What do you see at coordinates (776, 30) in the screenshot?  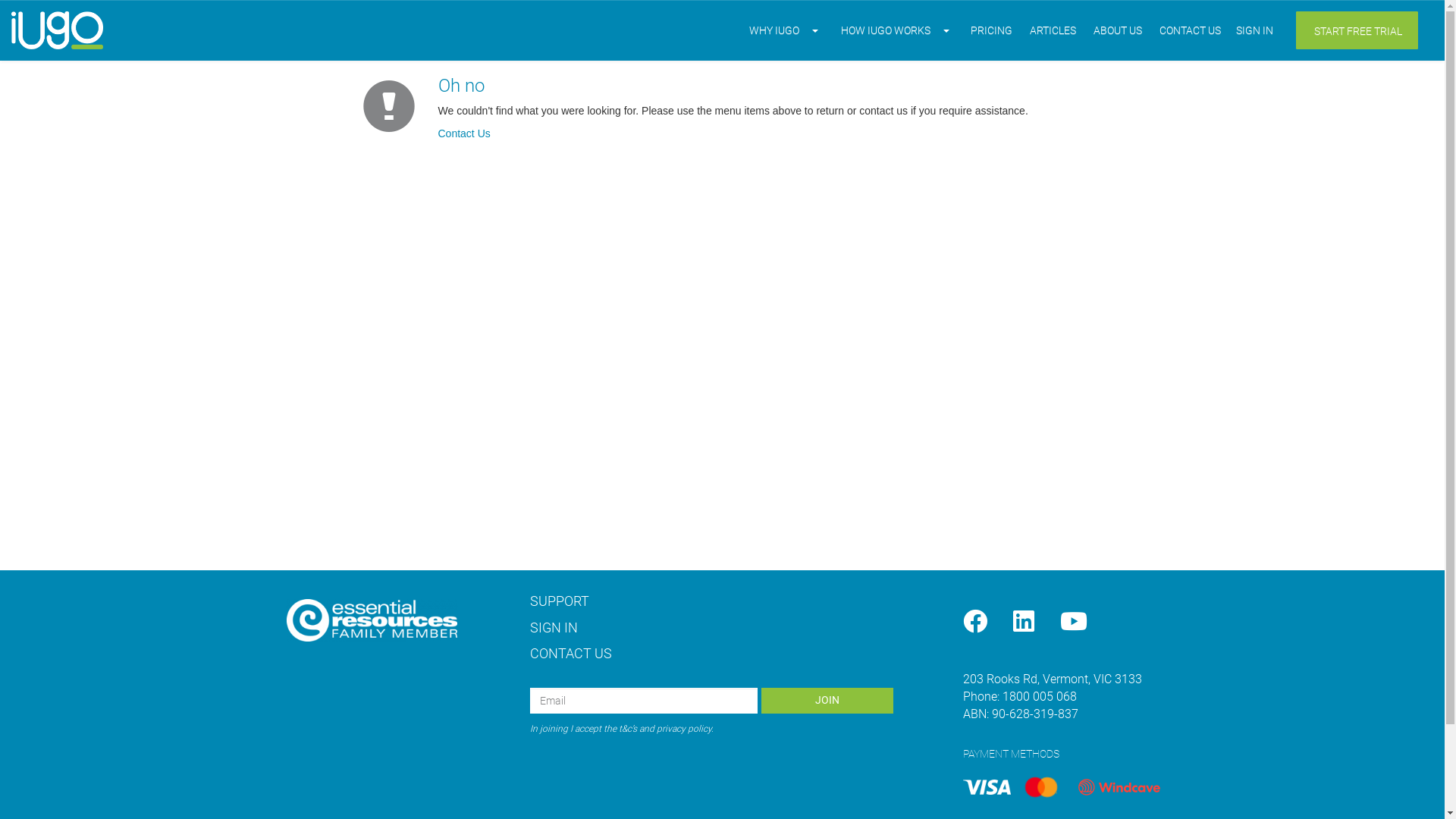 I see `'WHY IUGO'` at bounding box center [776, 30].